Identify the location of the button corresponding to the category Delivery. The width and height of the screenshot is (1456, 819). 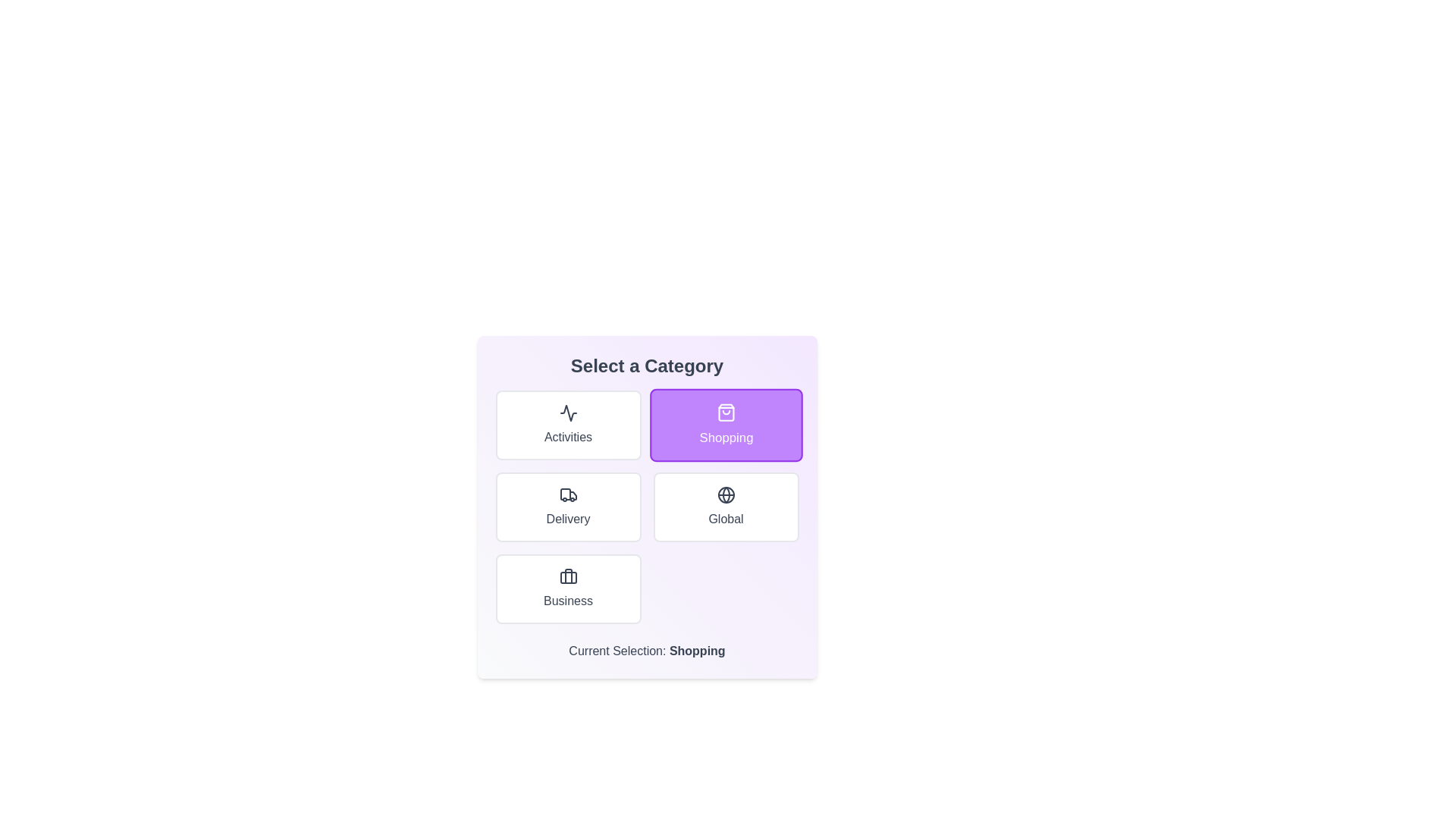
(567, 507).